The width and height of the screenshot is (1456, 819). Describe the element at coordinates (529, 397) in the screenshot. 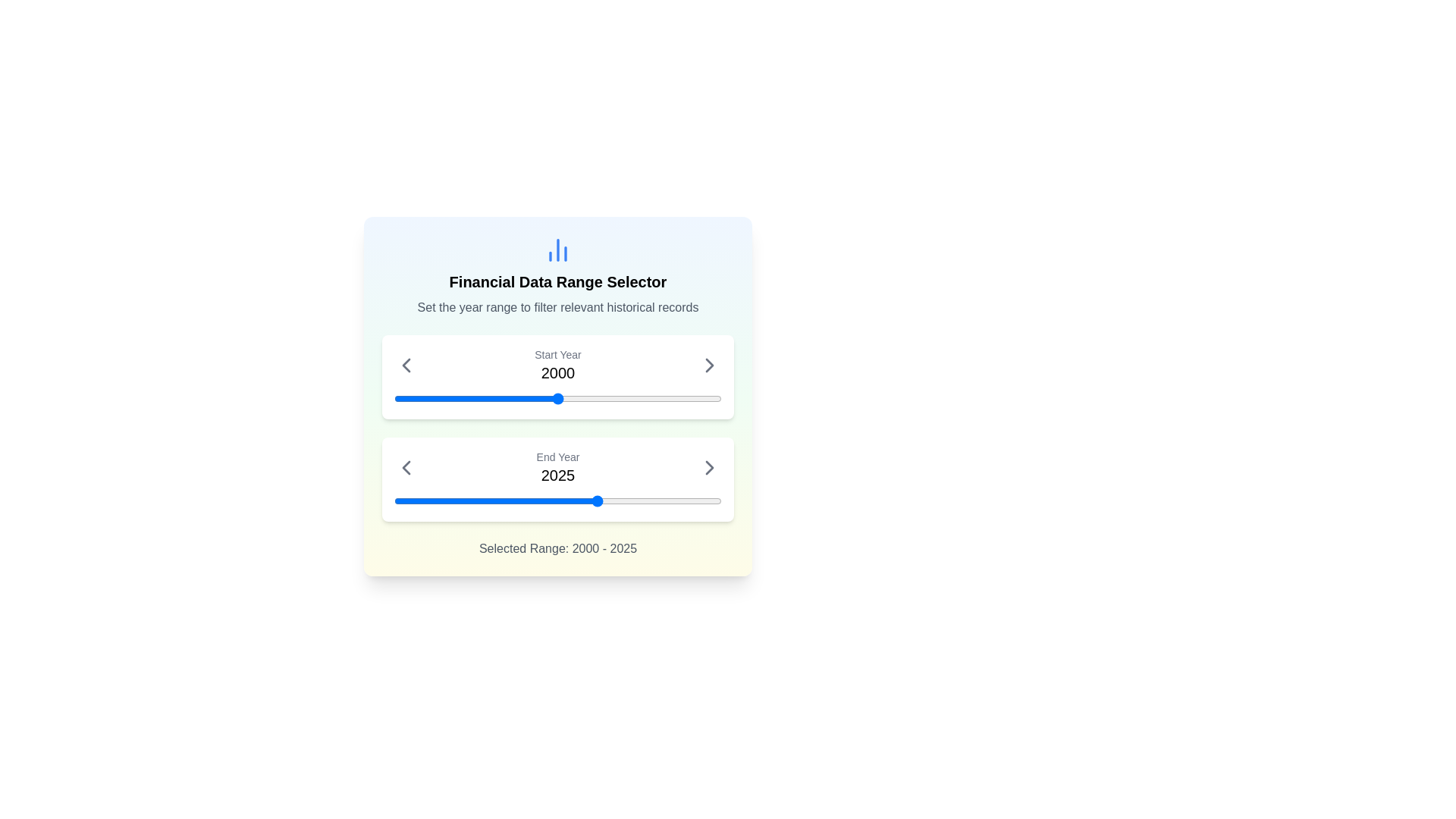

I see `the start year` at that location.